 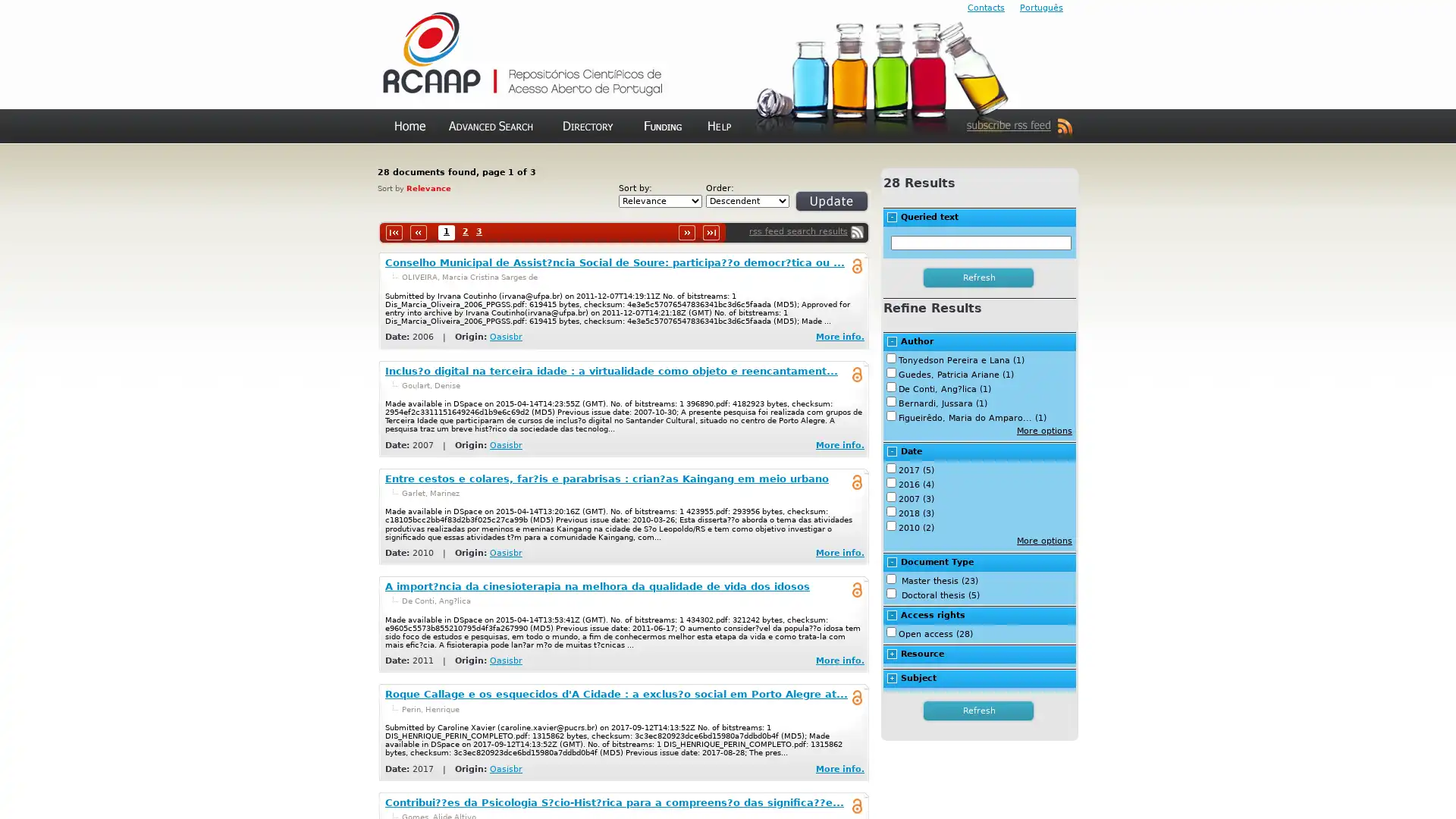 What do you see at coordinates (979, 711) in the screenshot?
I see `Refresh` at bounding box center [979, 711].